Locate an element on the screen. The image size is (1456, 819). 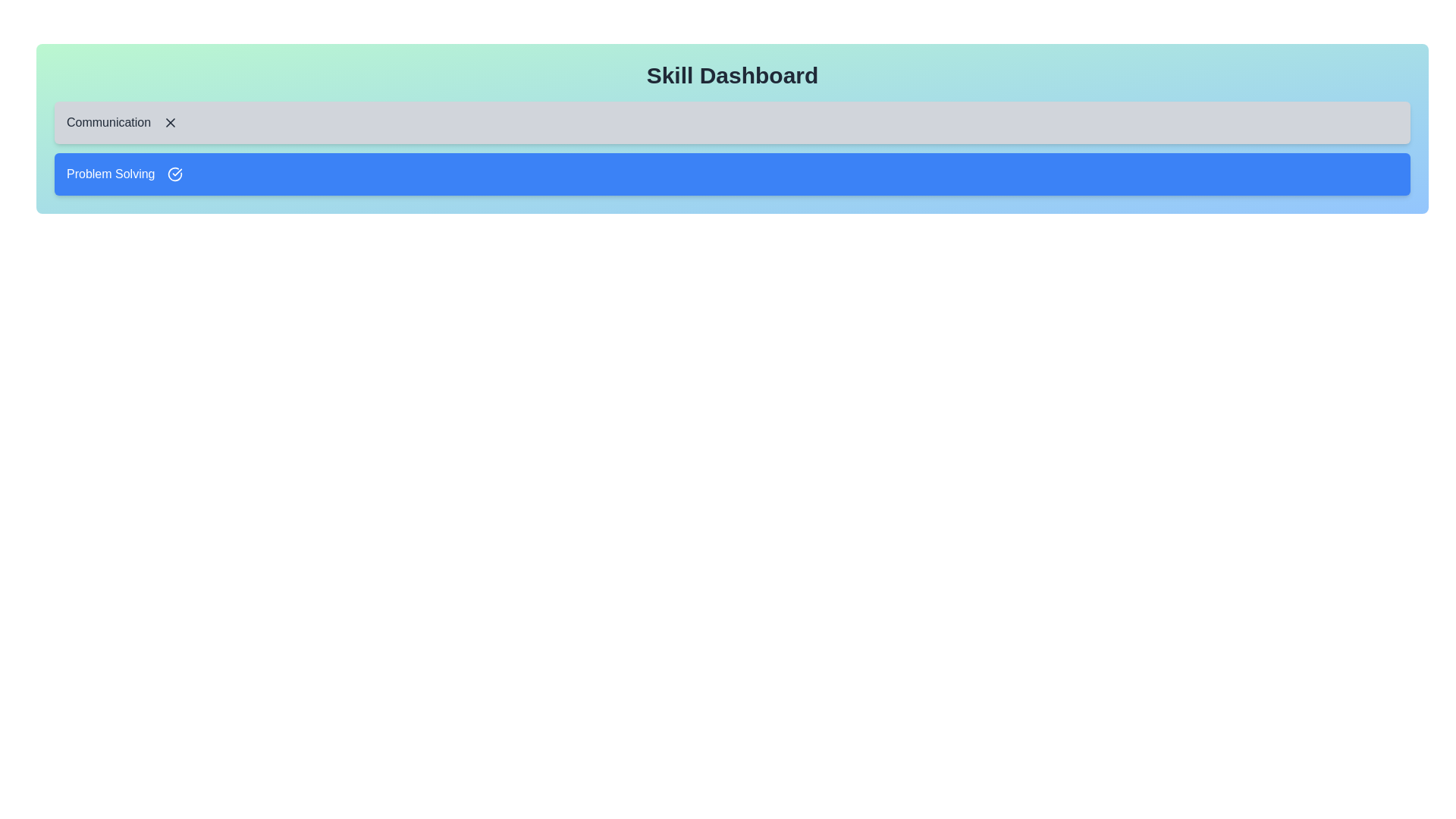
the title 'Skill Dashboard' to interact with it is located at coordinates (732, 76).